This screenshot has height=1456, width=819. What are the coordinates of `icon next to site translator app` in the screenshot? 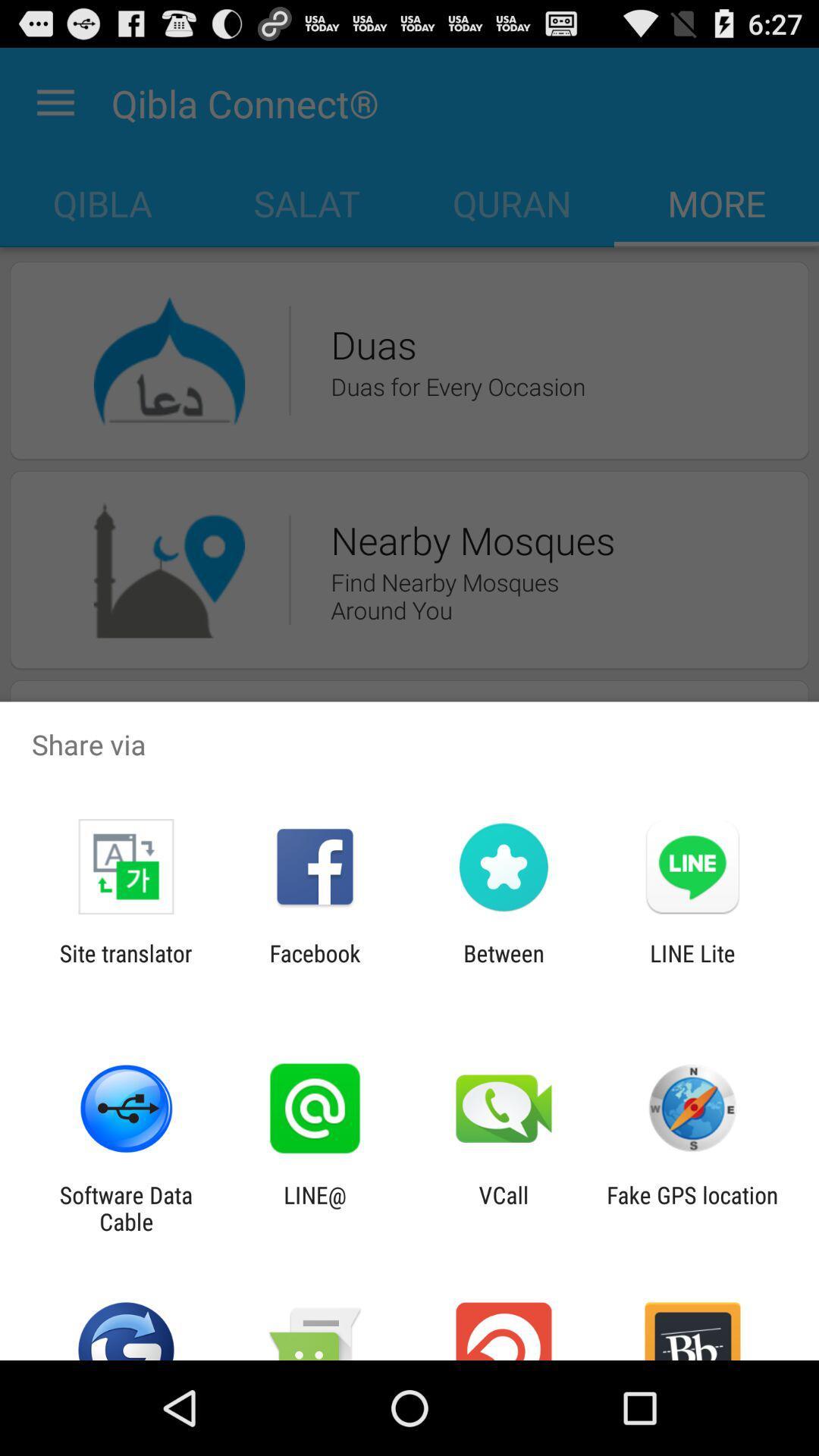 It's located at (314, 966).